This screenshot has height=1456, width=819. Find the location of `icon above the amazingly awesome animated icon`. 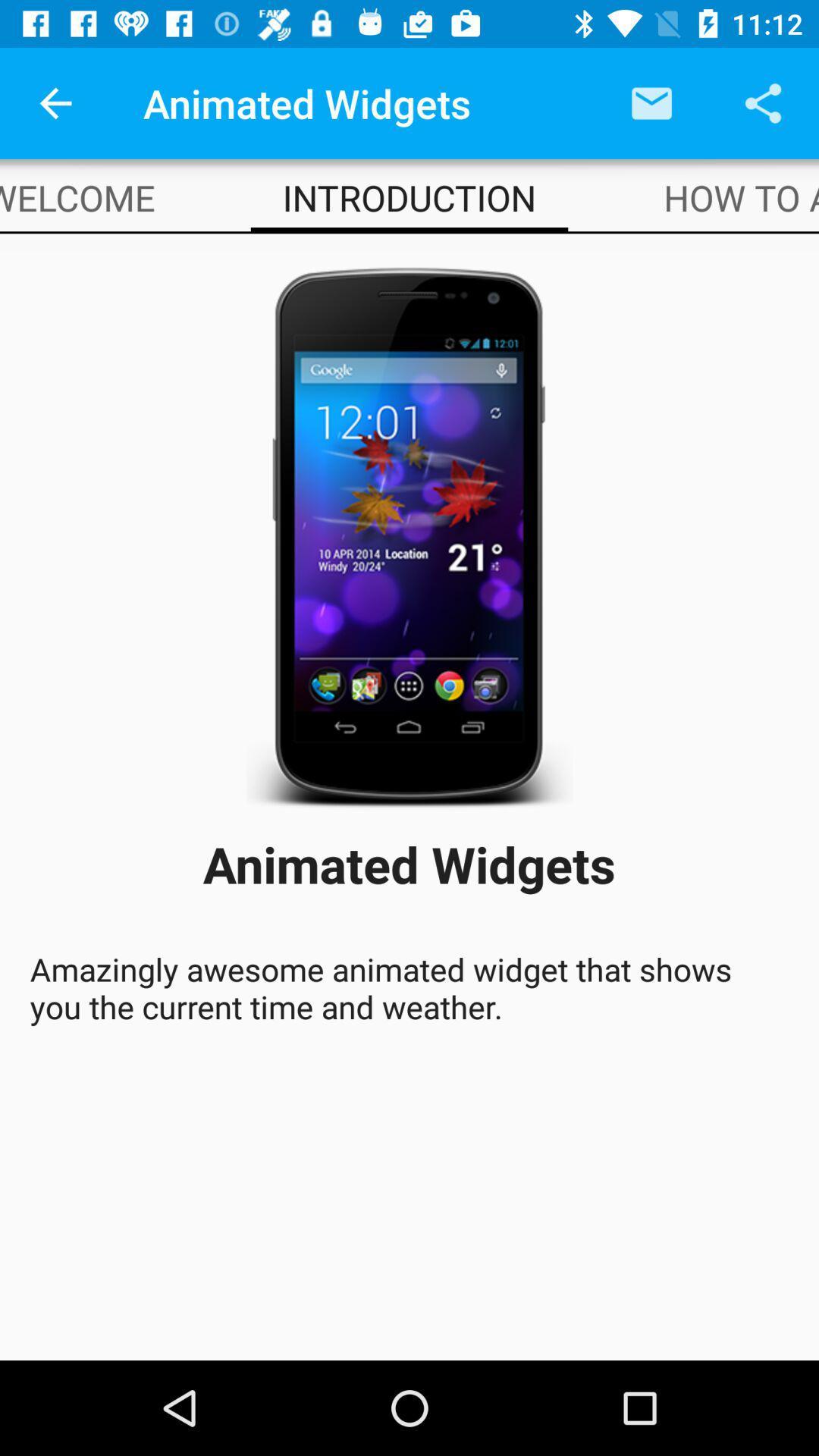

icon above the amazingly awesome animated icon is located at coordinates (77, 196).